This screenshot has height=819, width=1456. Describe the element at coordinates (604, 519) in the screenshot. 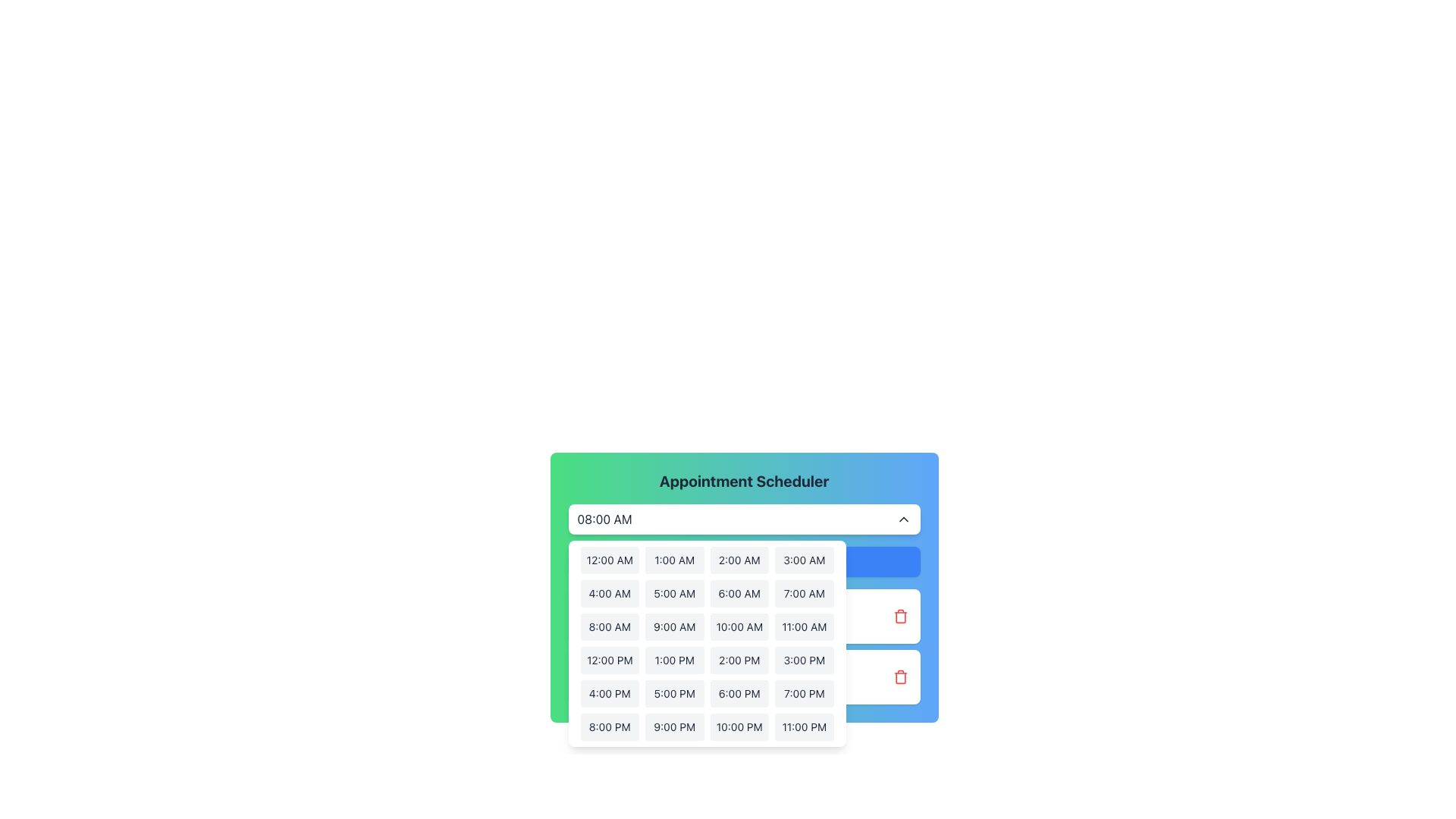

I see `the text label that represents the currently selected time in the appointment scheduler` at that location.